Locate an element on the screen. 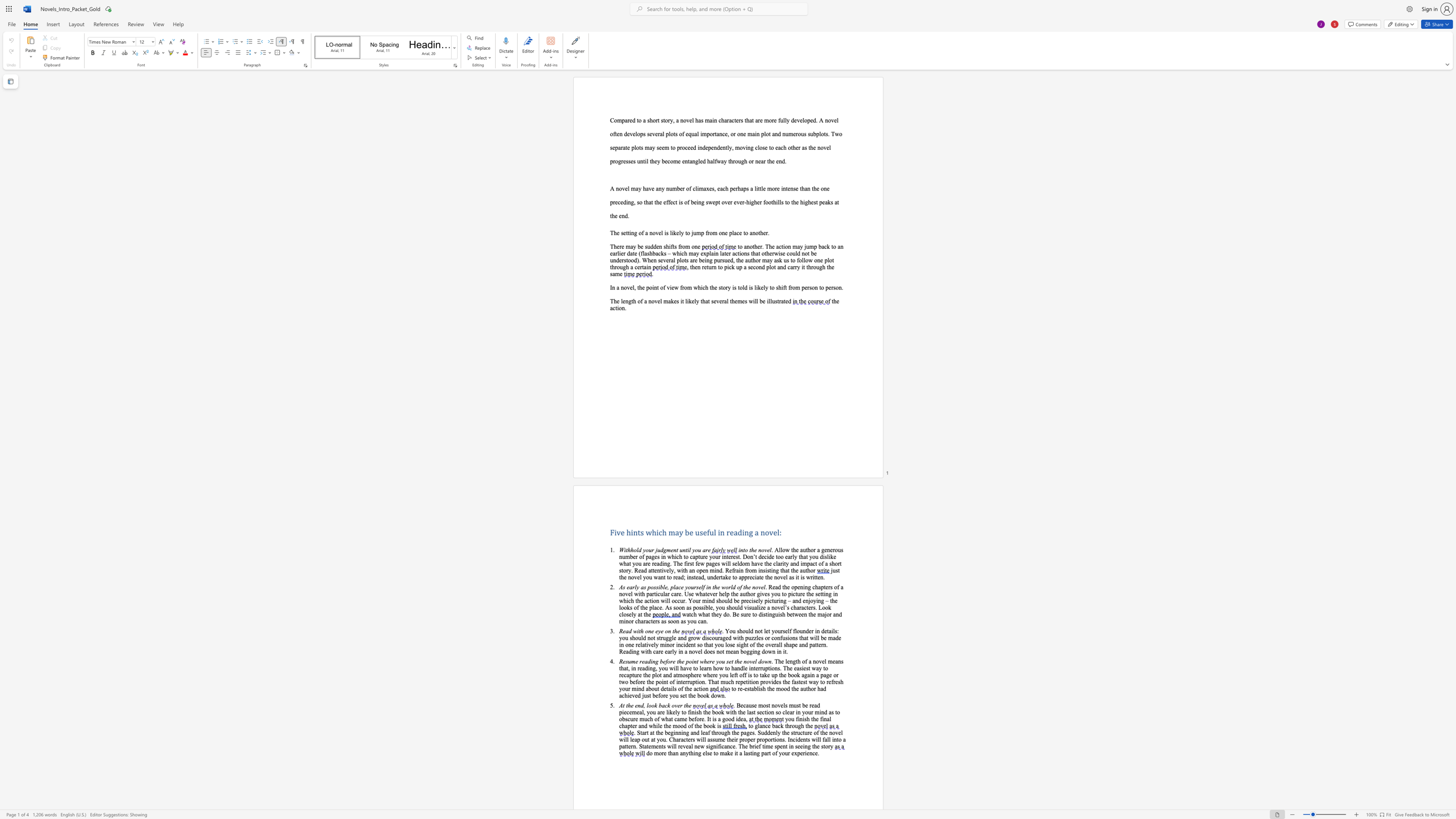 Image resolution: width=1456 pixels, height=819 pixels. the subset text "ing, so that the effect is of being swept ov" within the text "little more intense than the one preceding, so that the effect is of being swept over ever-higher foothills to the highest peaks at the end." is located at coordinates (626, 202).